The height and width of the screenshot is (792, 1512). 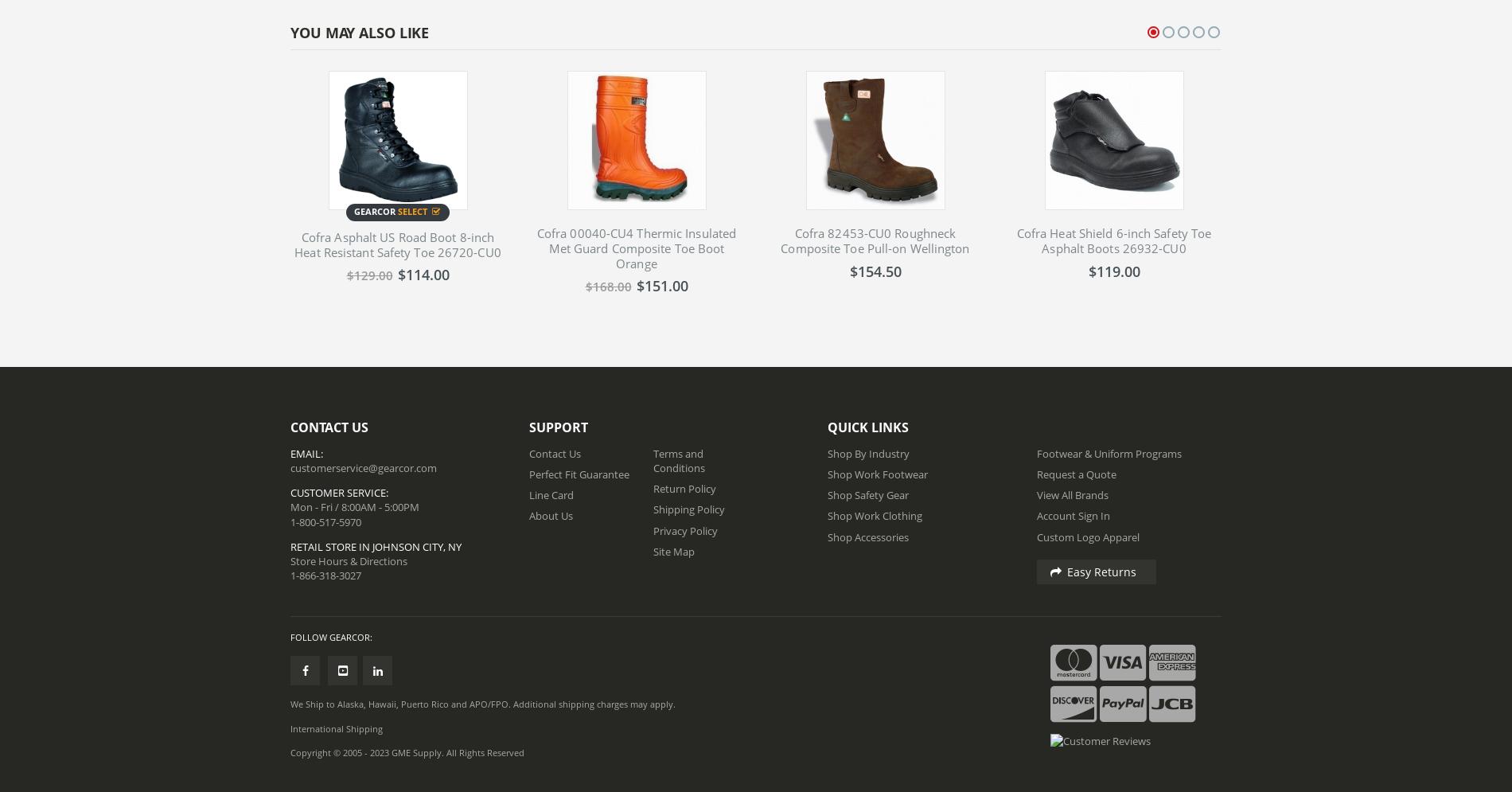 I want to click on 'Cofra Asphalt US Road Boot 8-inch Heat Resistant Safety Toe 26720-CU0', so click(x=397, y=243).